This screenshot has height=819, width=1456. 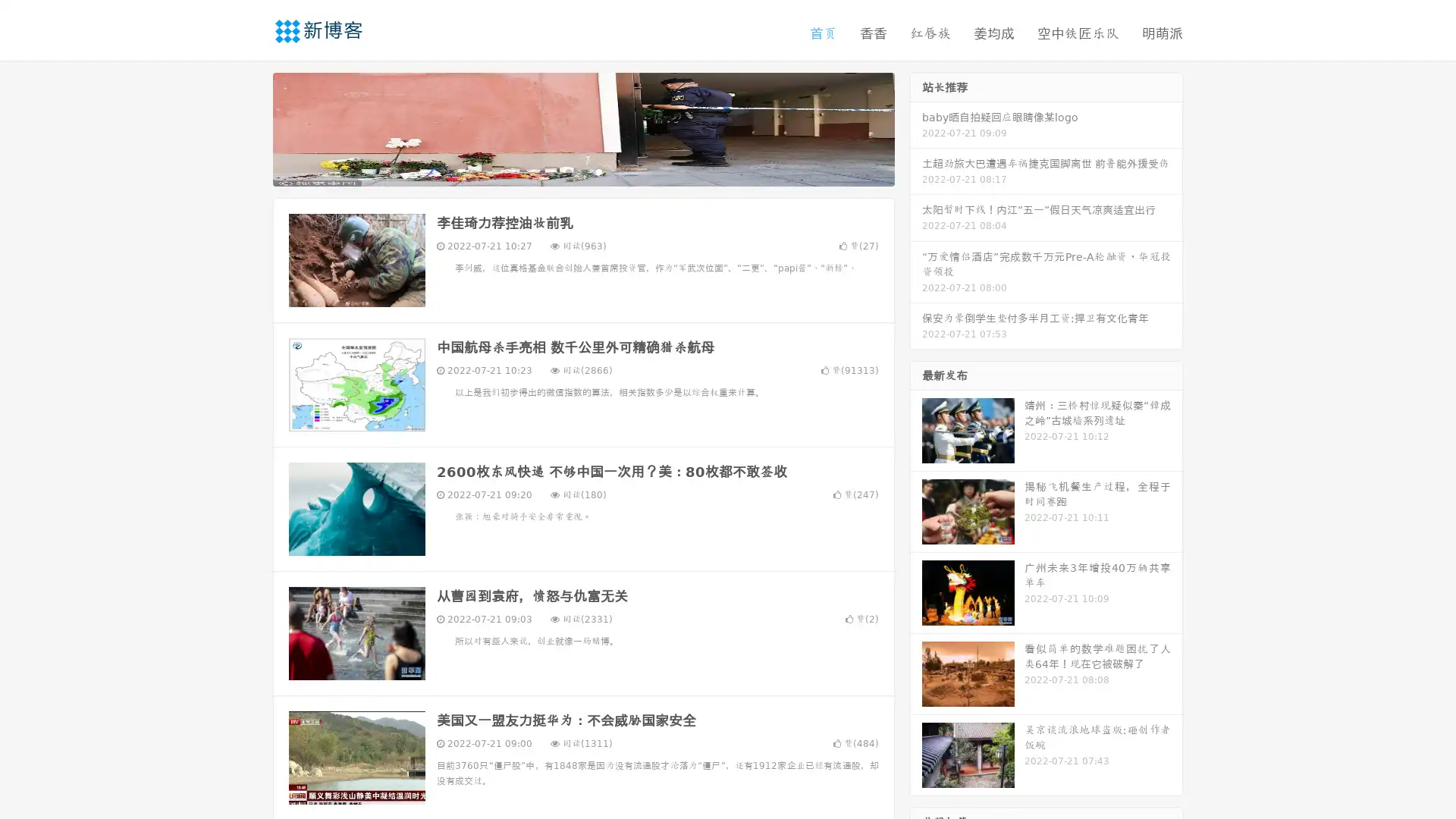 What do you see at coordinates (598, 171) in the screenshot?
I see `Go to slide 3` at bounding box center [598, 171].